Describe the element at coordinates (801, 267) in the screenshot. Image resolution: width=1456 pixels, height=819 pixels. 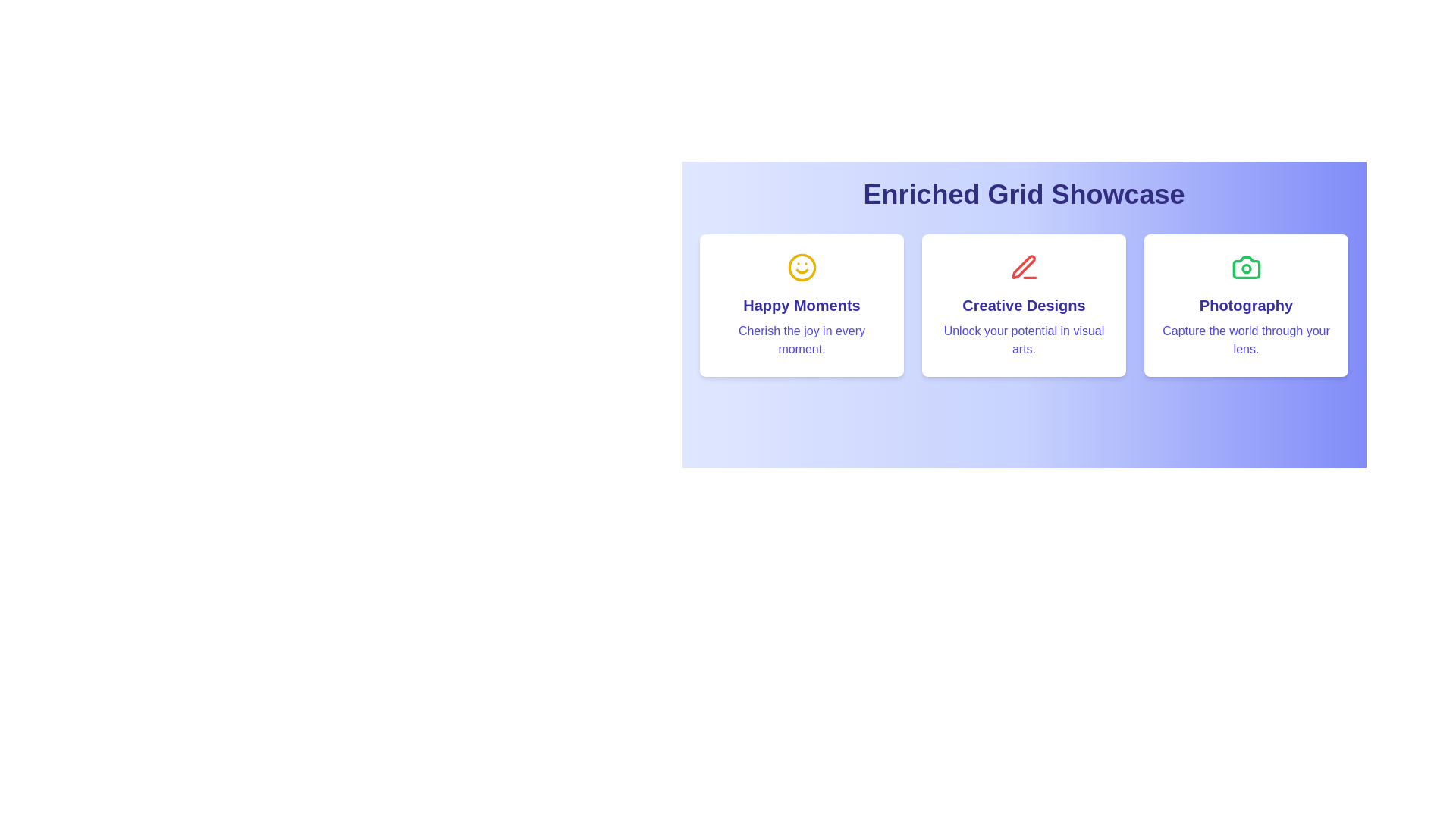
I see `the 'Happy Moments' card icon, which is the leftmost card in a three-item horizontal grid layout, conveying joy or happiness` at that location.